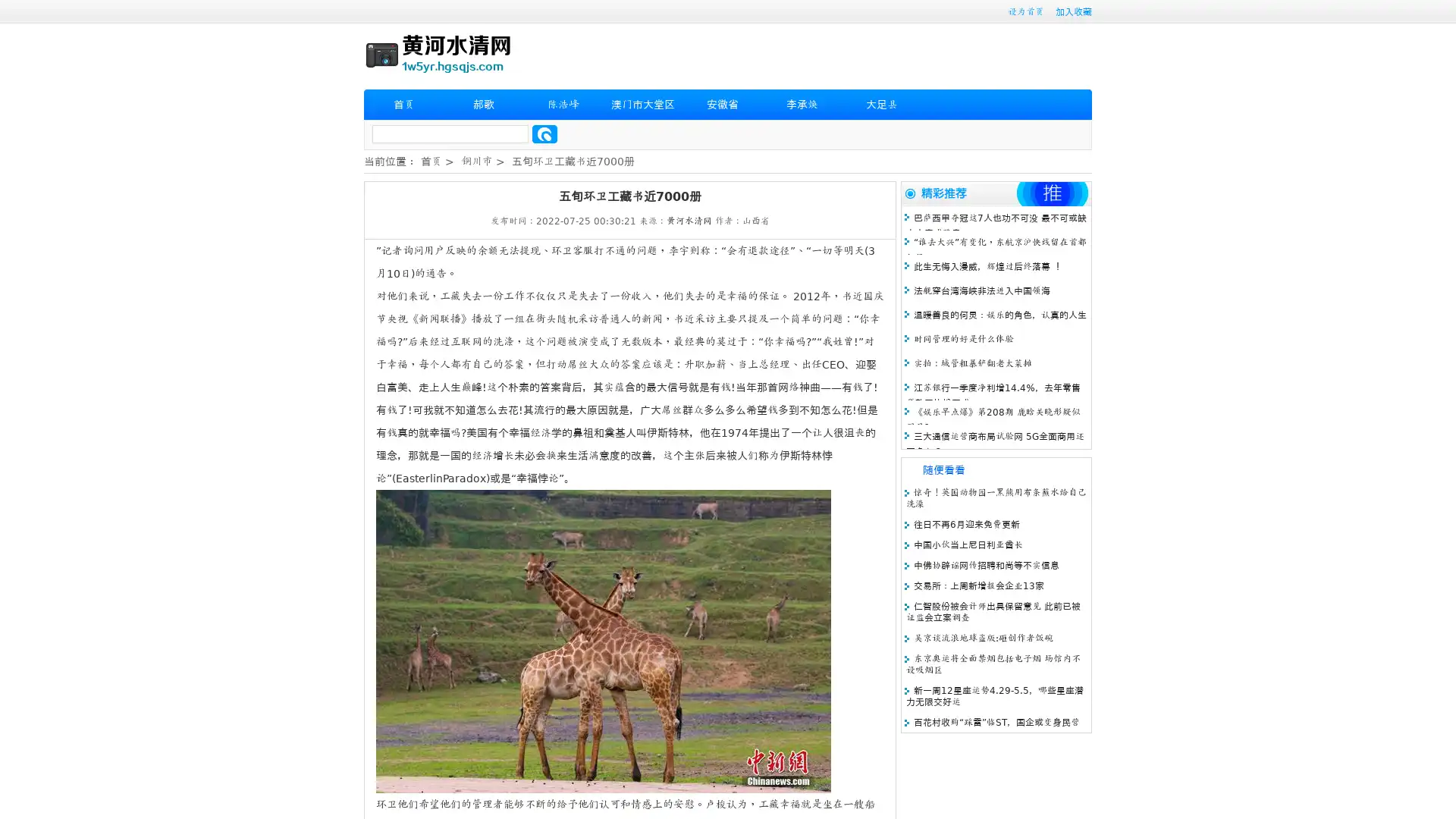 The image size is (1456, 819). What do you see at coordinates (544, 133) in the screenshot?
I see `Search` at bounding box center [544, 133].